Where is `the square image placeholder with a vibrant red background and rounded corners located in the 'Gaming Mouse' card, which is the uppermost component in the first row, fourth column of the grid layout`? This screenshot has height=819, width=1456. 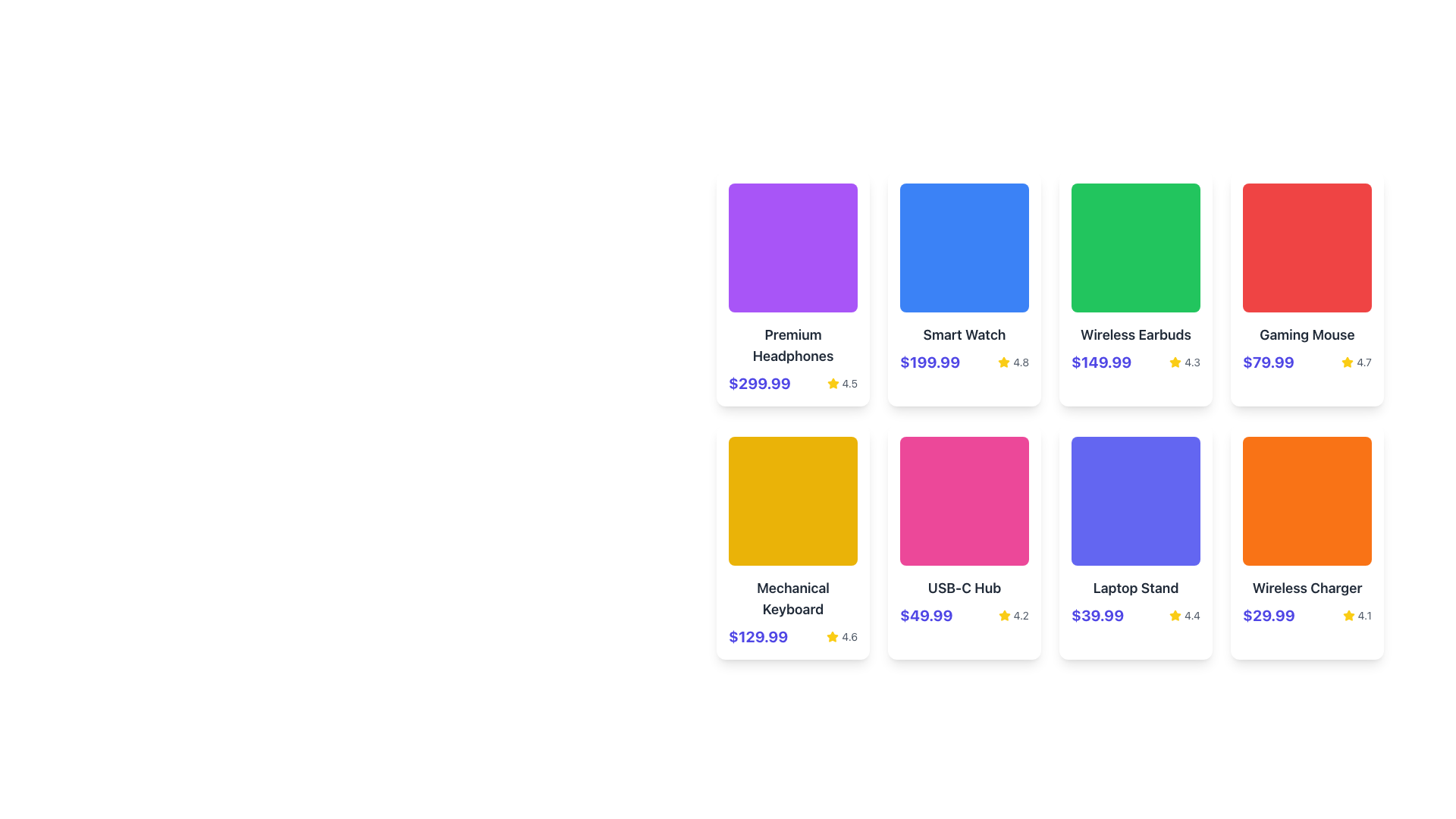 the square image placeholder with a vibrant red background and rounded corners located in the 'Gaming Mouse' card, which is the uppermost component in the first row, fourth column of the grid layout is located at coordinates (1306, 247).